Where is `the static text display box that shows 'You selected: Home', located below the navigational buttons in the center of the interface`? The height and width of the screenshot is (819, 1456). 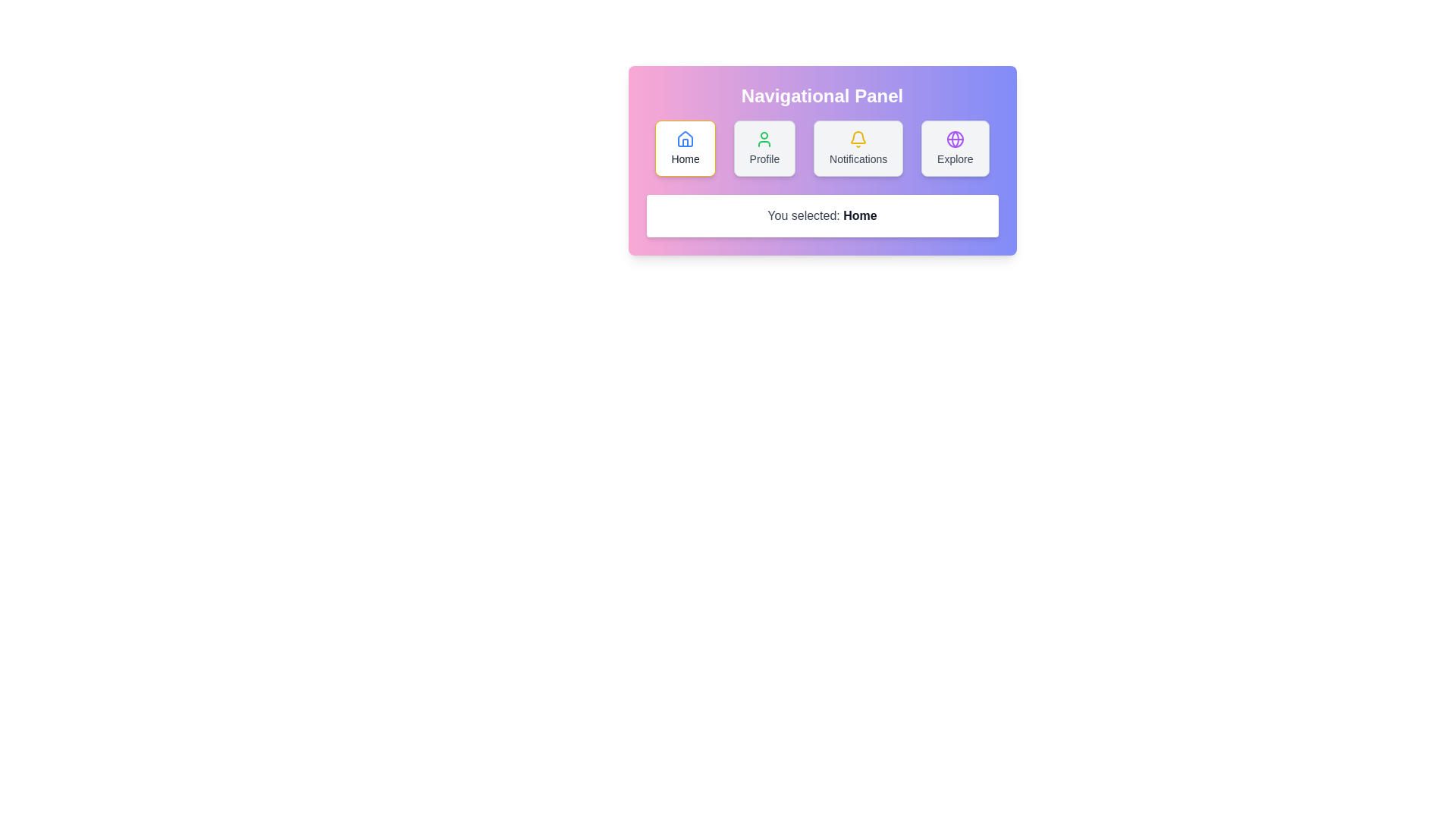
the static text display box that shows 'You selected: Home', located below the navigational buttons in the center of the interface is located at coordinates (821, 216).